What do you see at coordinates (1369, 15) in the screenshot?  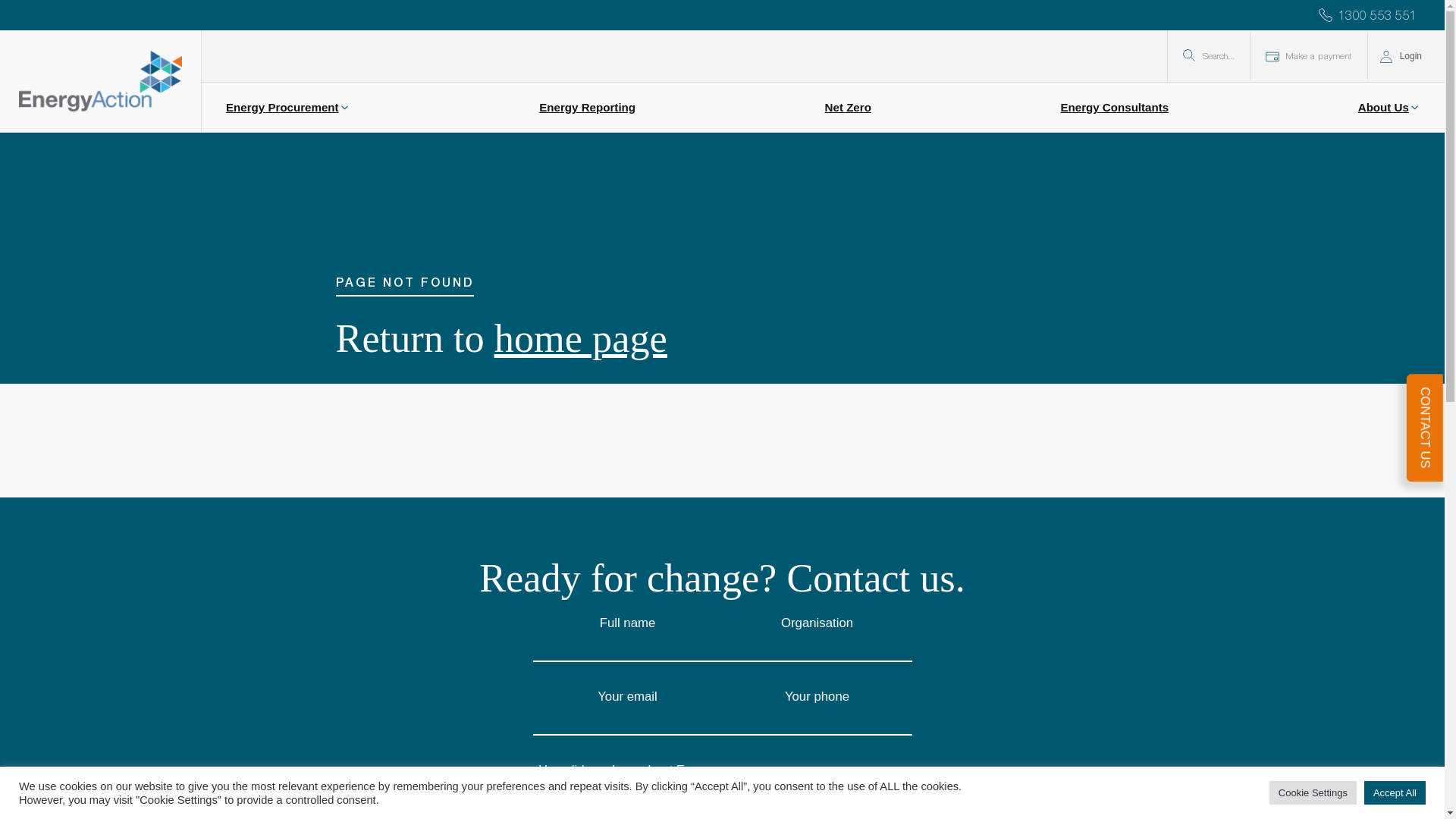 I see `'1300 553 551 '` at bounding box center [1369, 15].